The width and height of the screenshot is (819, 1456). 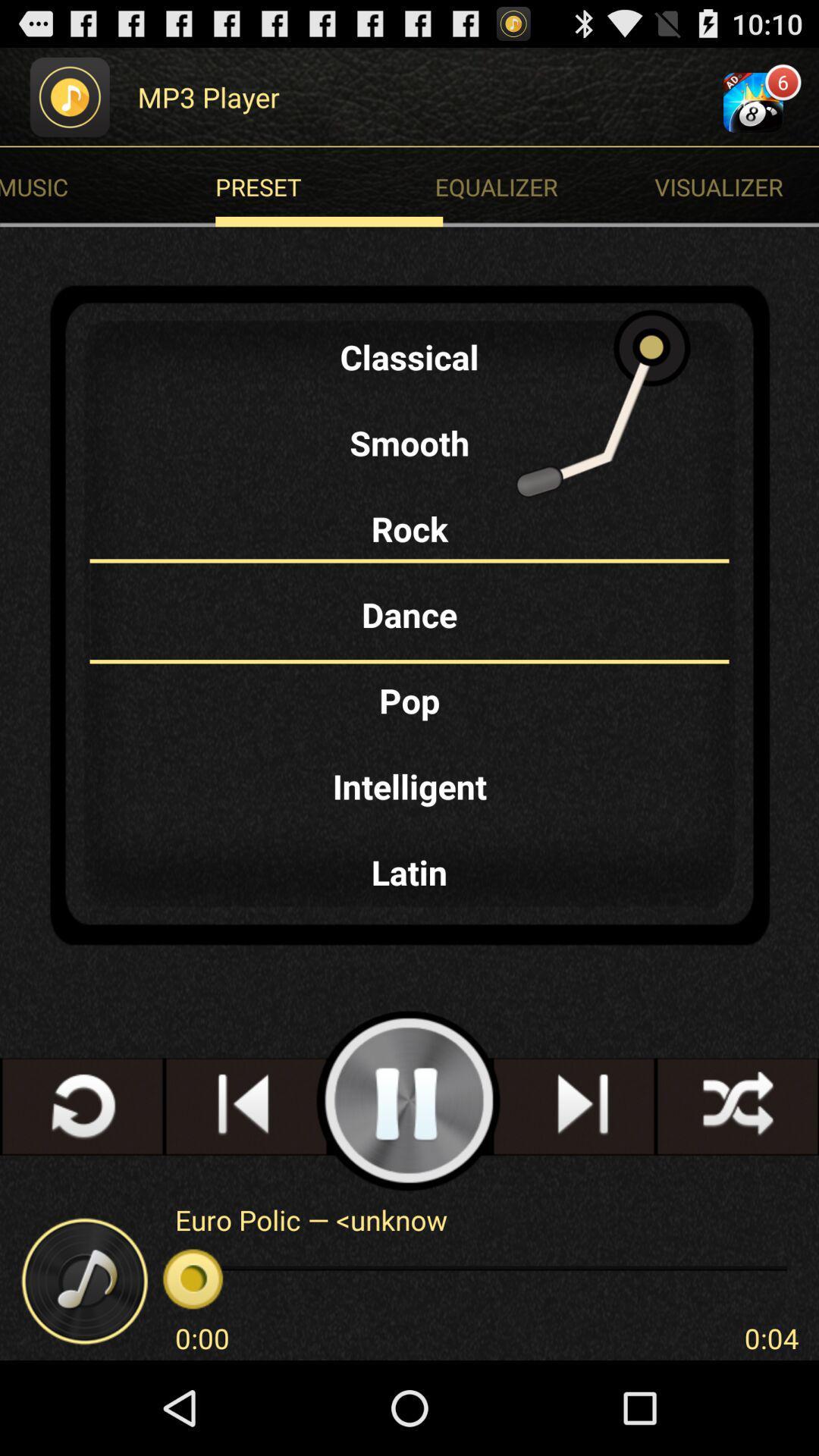 What do you see at coordinates (328, 186) in the screenshot?
I see `preset icon` at bounding box center [328, 186].